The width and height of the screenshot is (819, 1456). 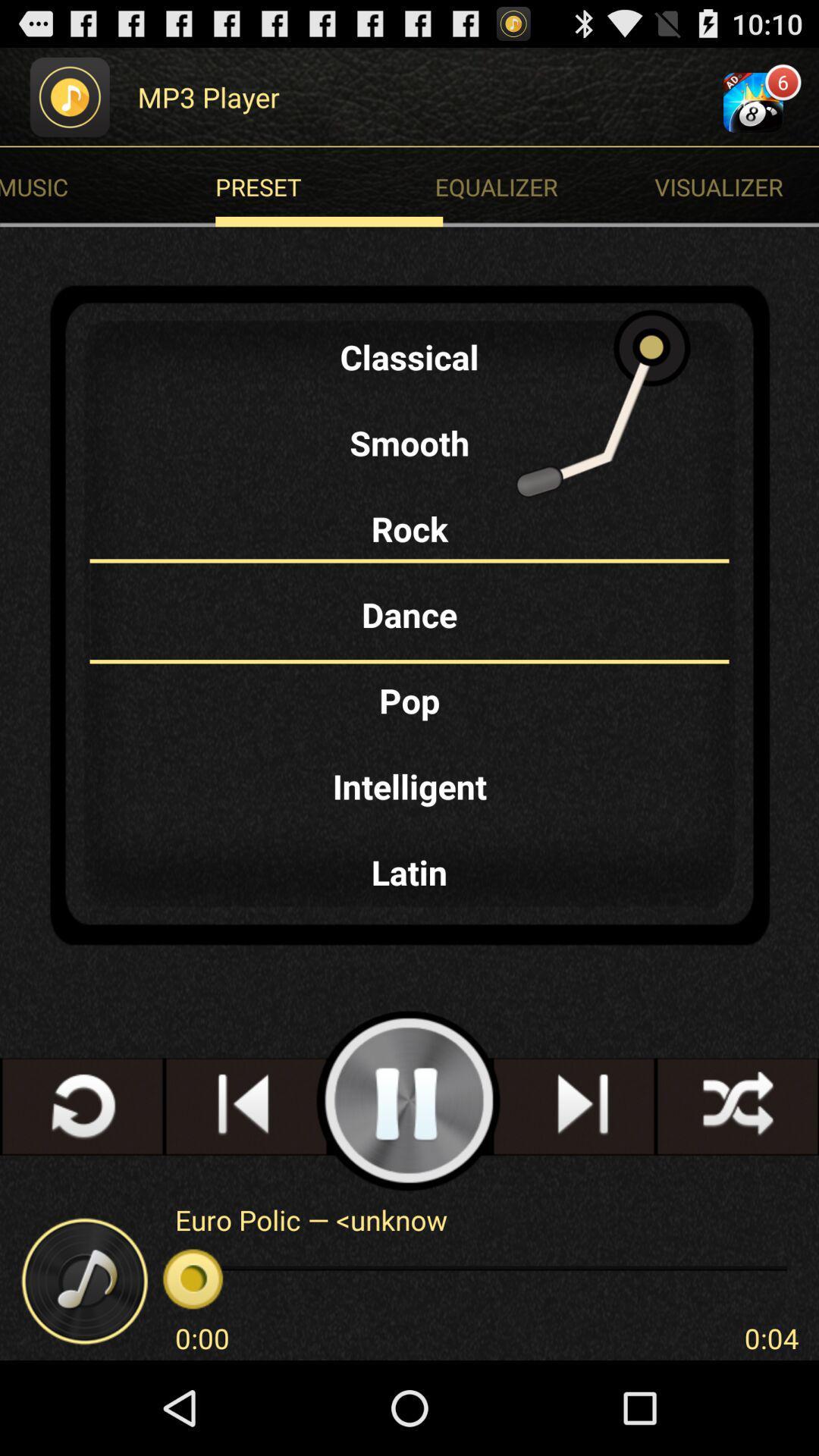 What do you see at coordinates (328, 186) in the screenshot?
I see `preset icon` at bounding box center [328, 186].